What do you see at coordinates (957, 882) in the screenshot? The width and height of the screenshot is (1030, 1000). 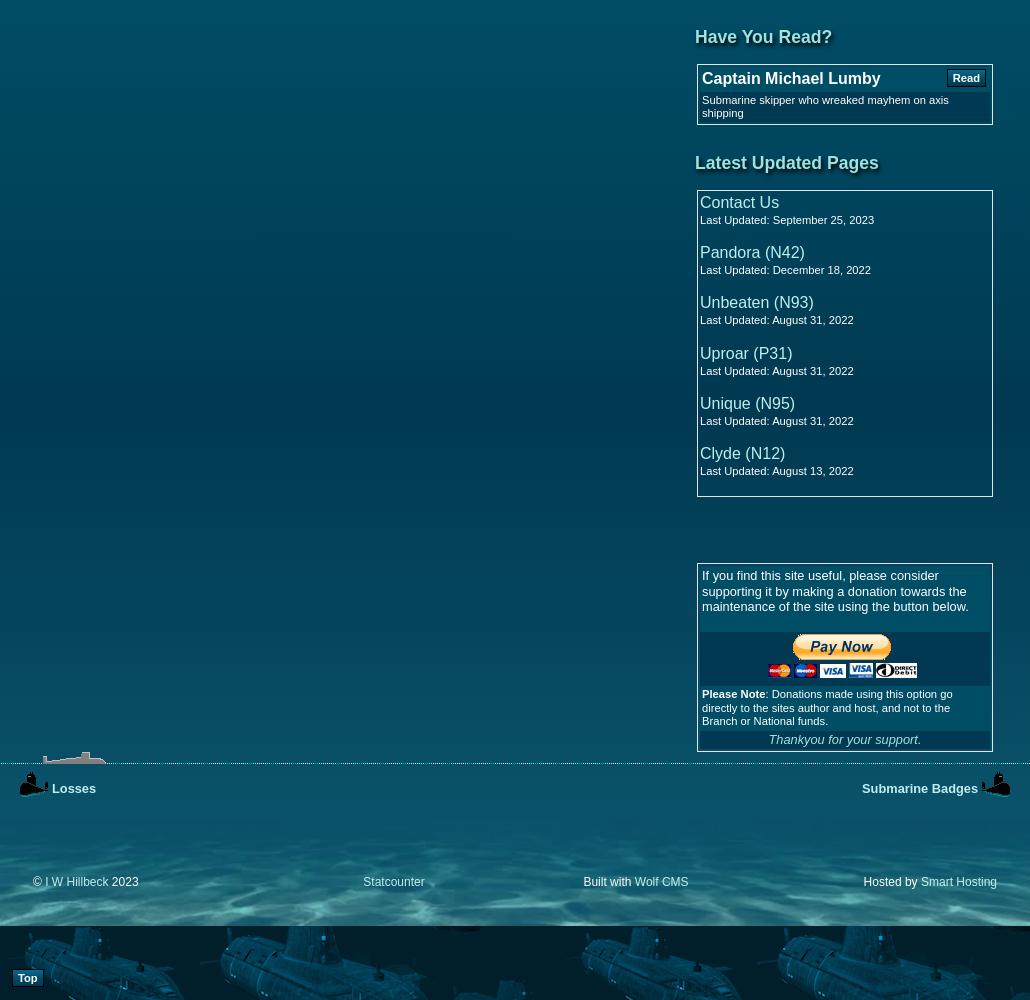 I see `'Smart Hosting'` at bounding box center [957, 882].